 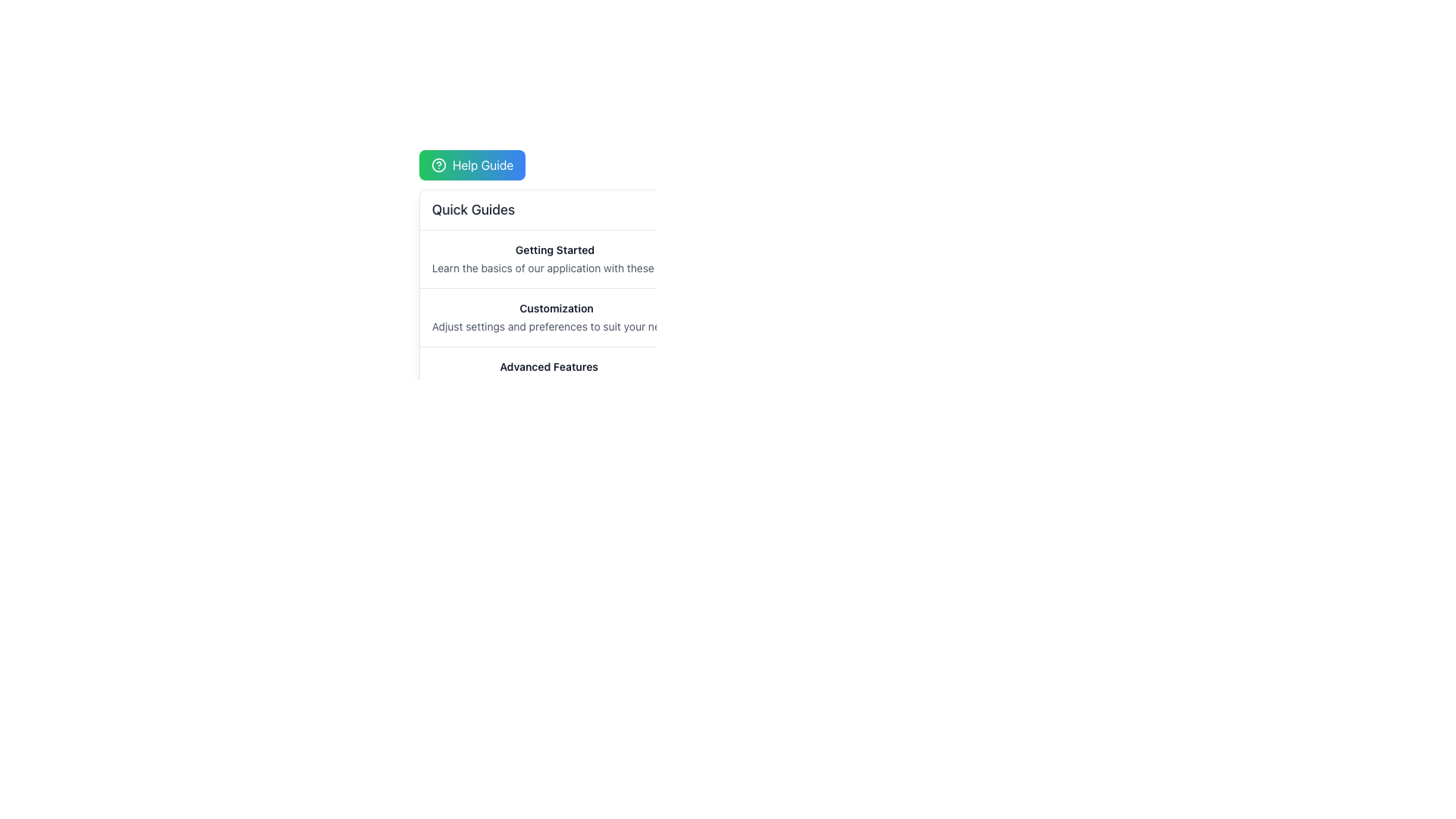 I want to click on the informational item titled 'Customization' that provides settings adjustment guidance, located in the list under 'Quick Guides', so click(x=563, y=316).